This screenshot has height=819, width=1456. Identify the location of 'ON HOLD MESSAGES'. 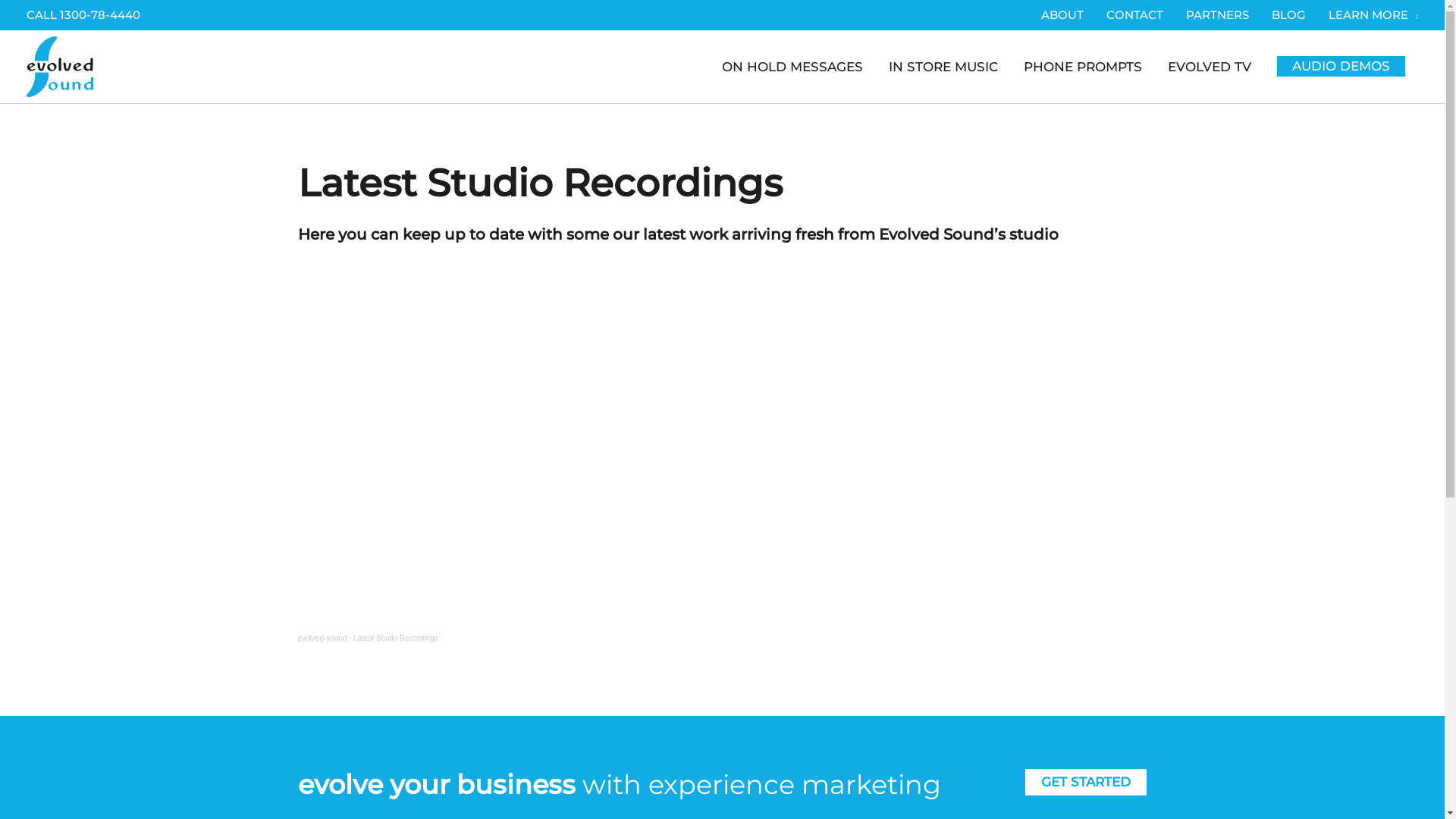
(792, 66).